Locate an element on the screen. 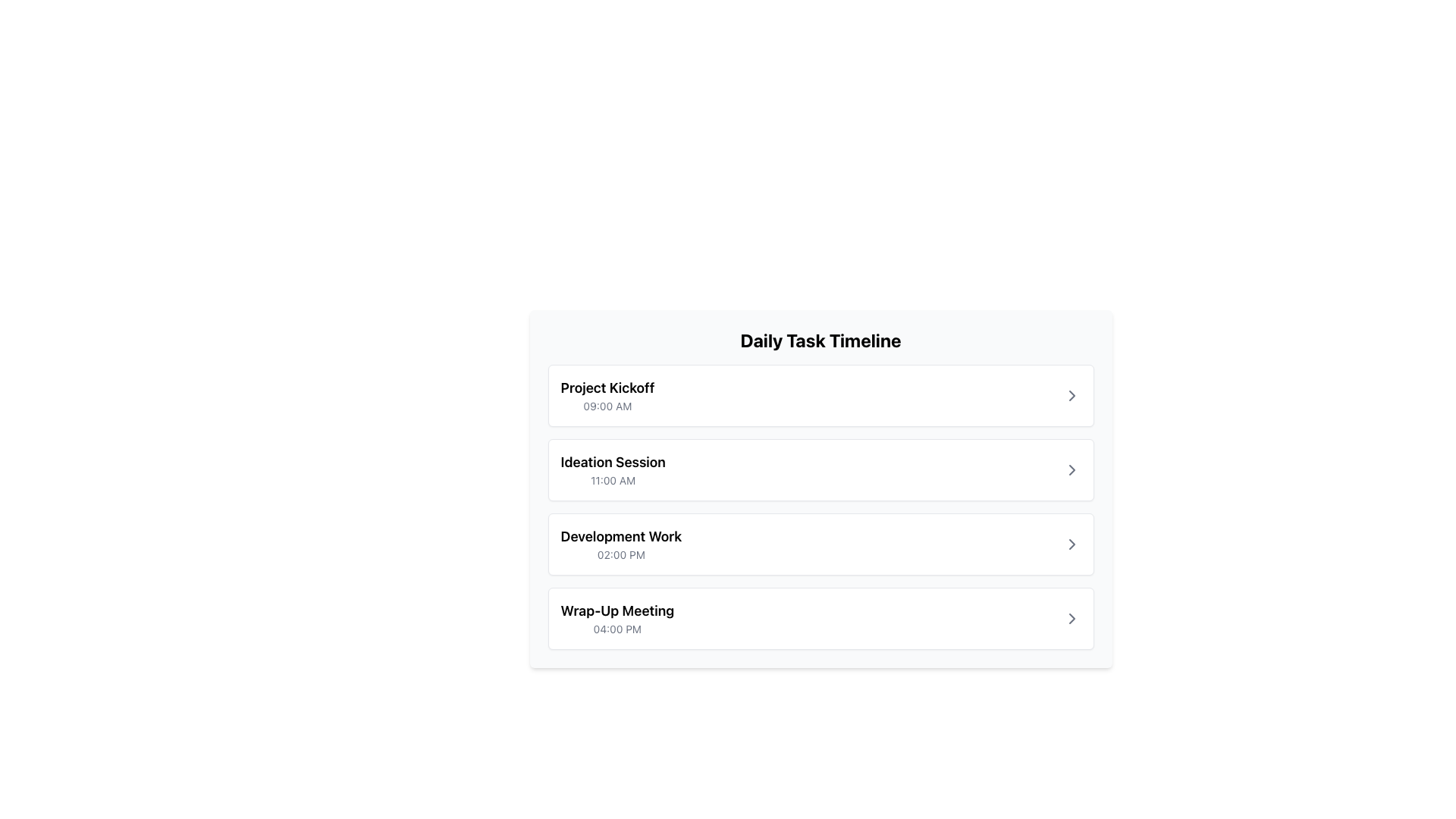  the second clickable card in the Daily Task Timeline, positioned below 'Project Kickoff' and above 'Development Work' is located at coordinates (820, 469).